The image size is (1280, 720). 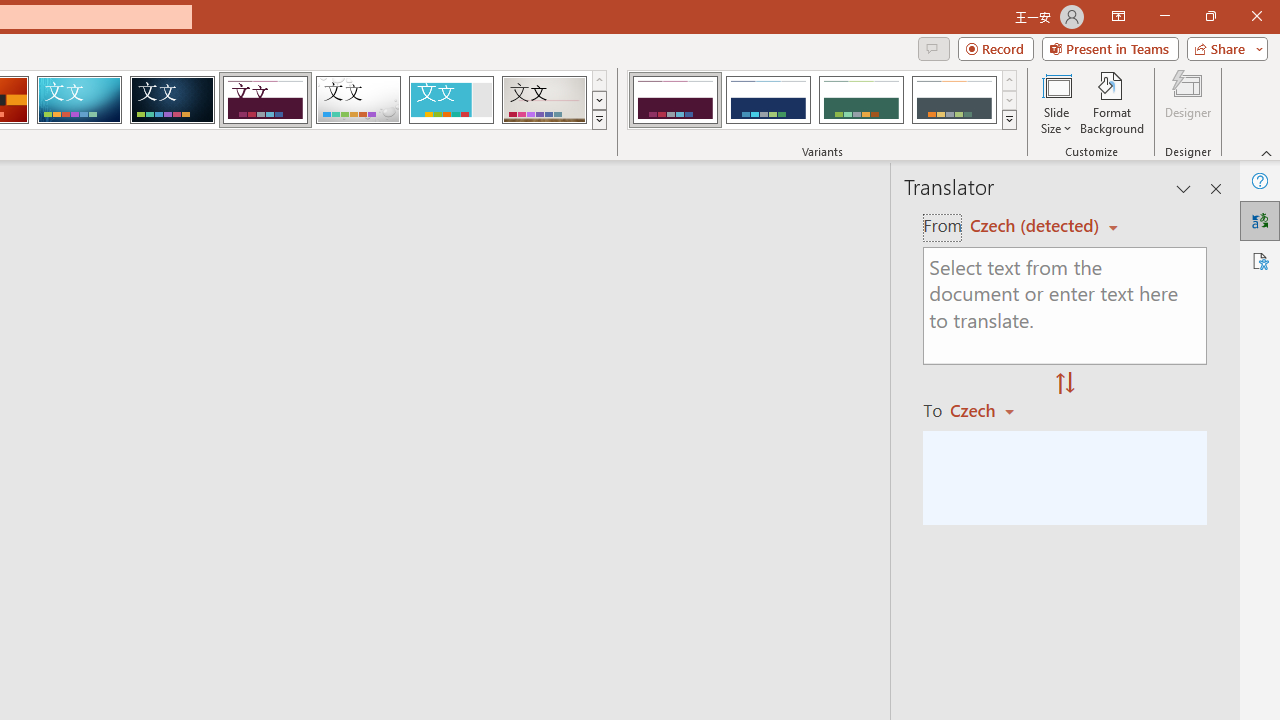 What do you see at coordinates (358, 100) in the screenshot?
I see `'Droplet'` at bounding box center [358, 100].